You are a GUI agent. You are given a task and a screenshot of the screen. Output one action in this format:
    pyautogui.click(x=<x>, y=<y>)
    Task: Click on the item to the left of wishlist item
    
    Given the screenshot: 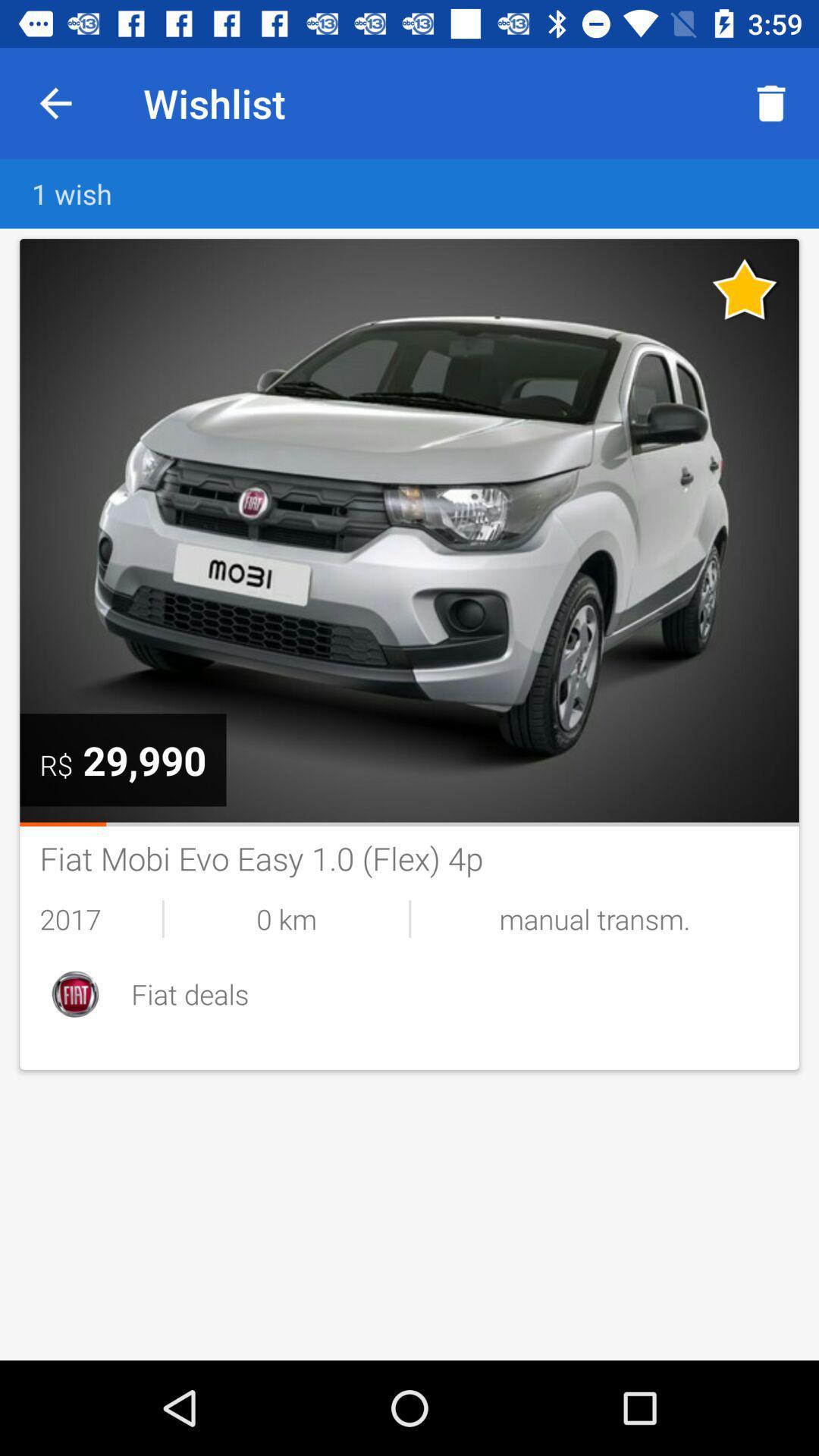 What is the action you would take?
    pyautogui.click(x=55, y=102)
    